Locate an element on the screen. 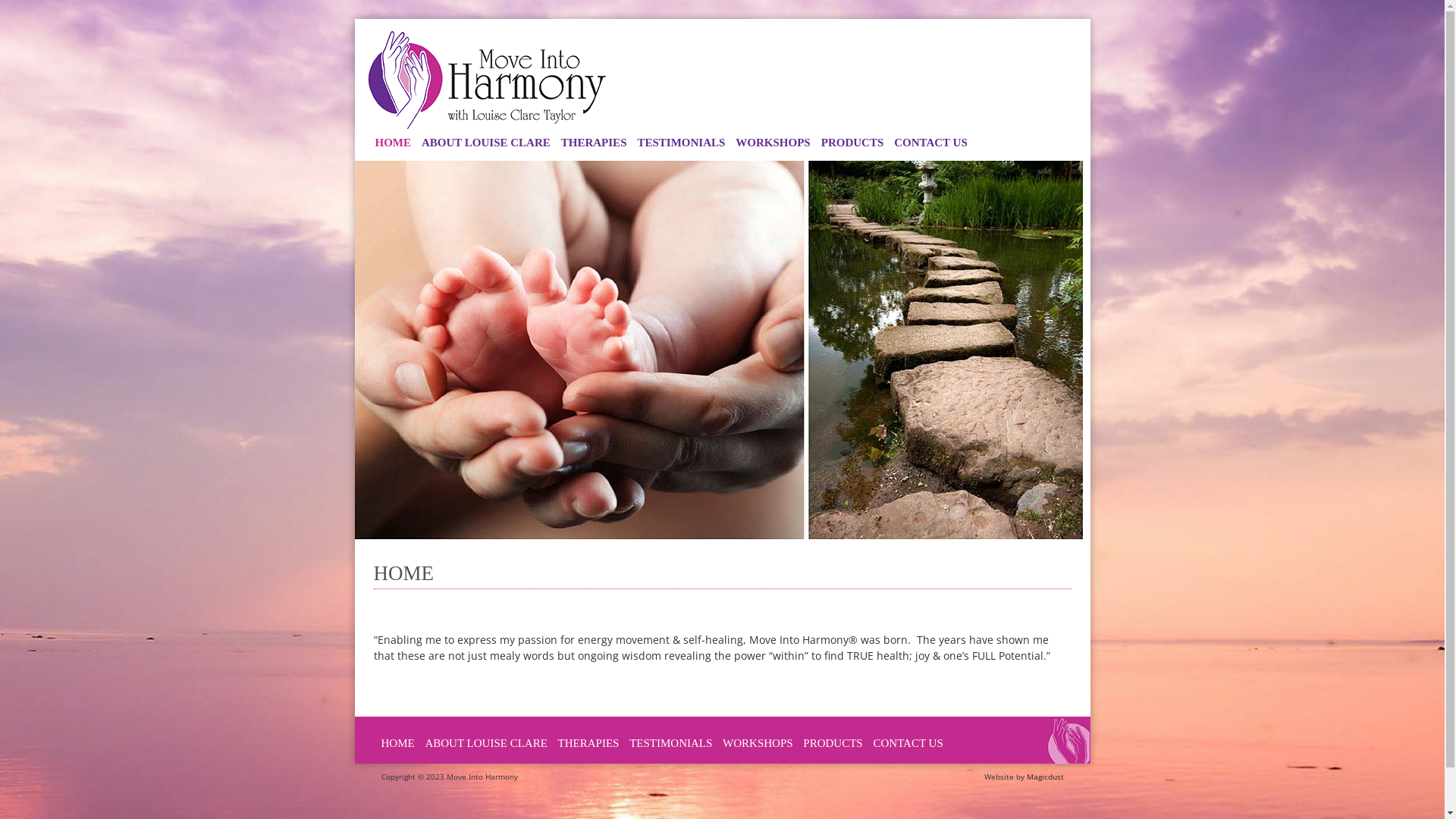 The height and width of the screenshot is (819, 1456). 'ABOUT LOUISE CLARE' is located at coordinates (416, 143).